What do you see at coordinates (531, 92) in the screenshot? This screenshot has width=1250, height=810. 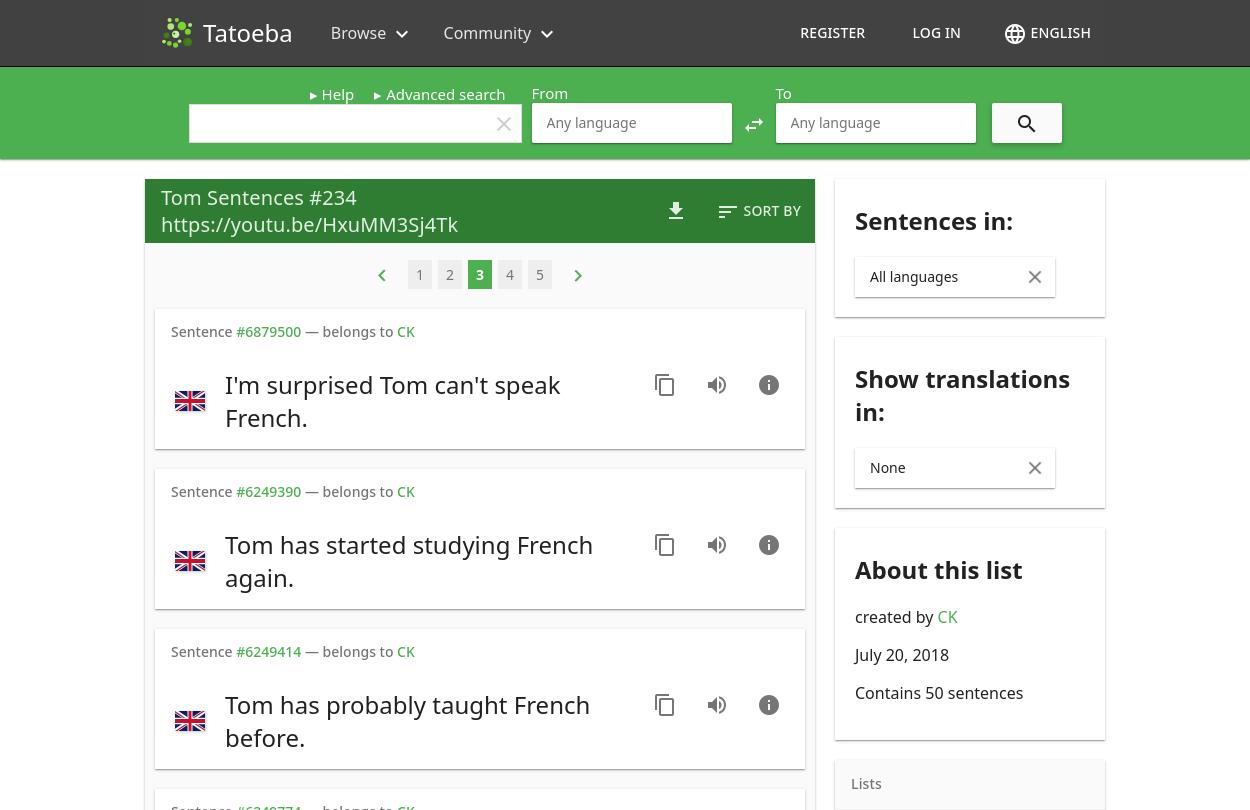 I see `'From'` at bounding box center [531, 92].